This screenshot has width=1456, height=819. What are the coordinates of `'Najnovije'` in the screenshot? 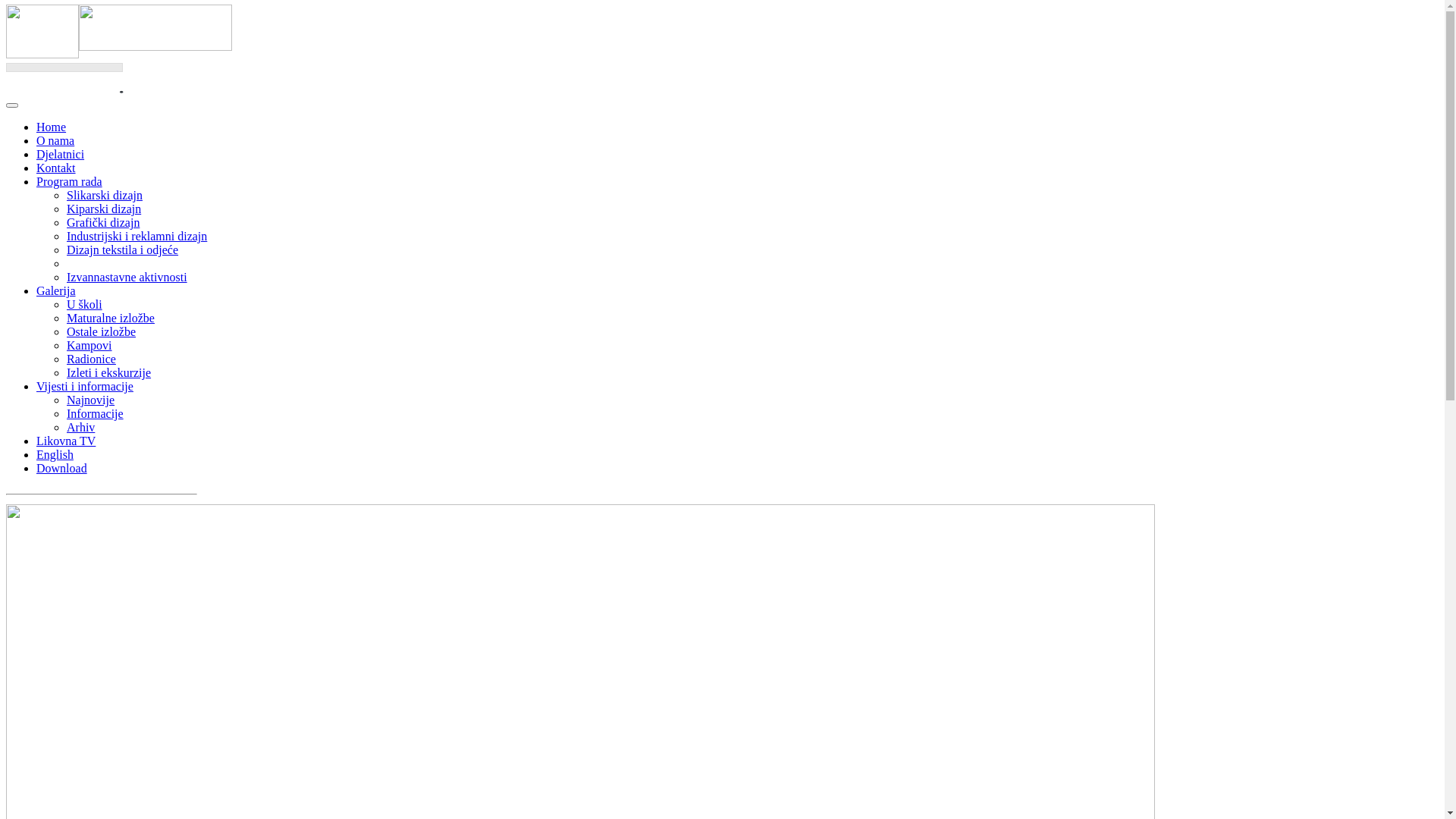 It's located at (89, 399).